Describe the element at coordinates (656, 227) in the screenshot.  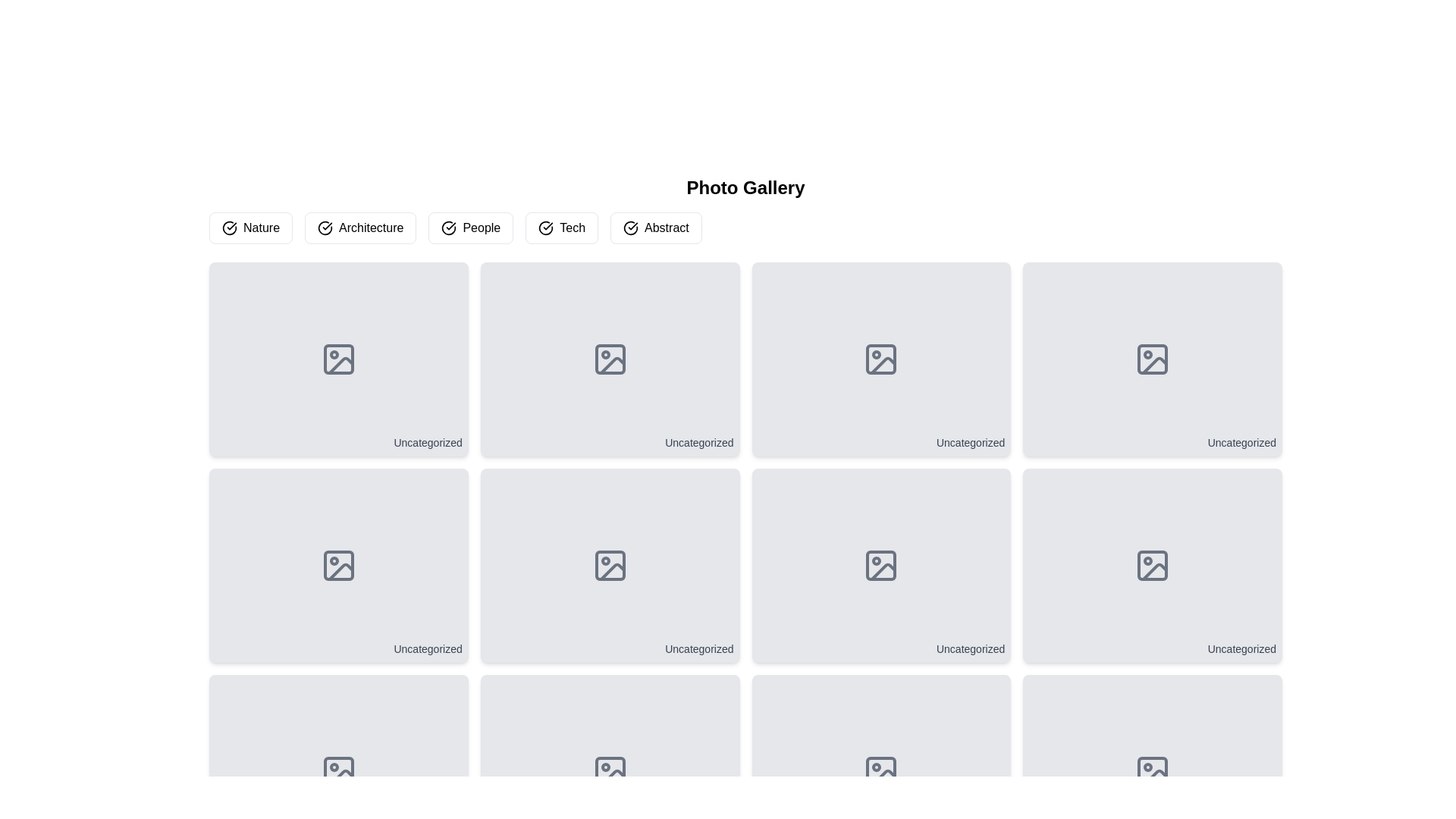
I see `the button located at the far rightmost side in the horizontal row of buttons, which serves as a filter or category toggle for 'Abstract'` at that location.